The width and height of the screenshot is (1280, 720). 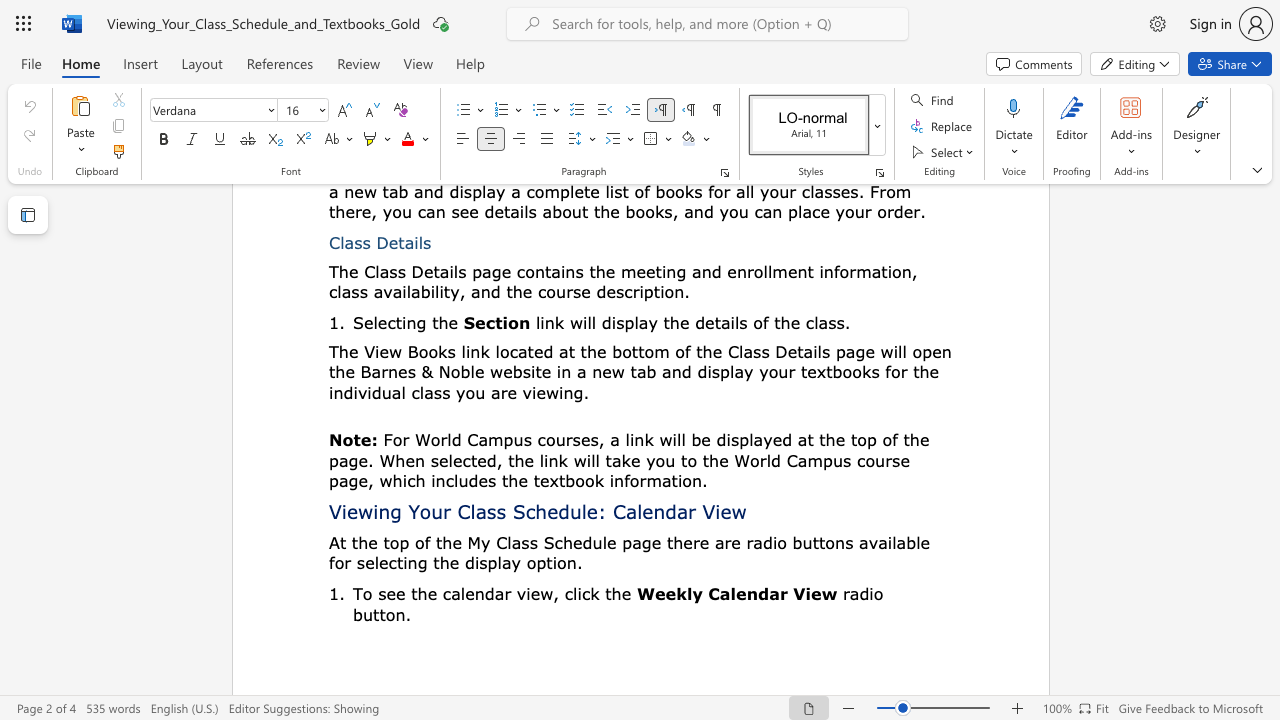 What do you see at coordinates (635, 592) in the screenshot?
I see `the subset text "Weekly Calendar View" within the text "Weekly Calendar View"` at bounding box center [635, 592].